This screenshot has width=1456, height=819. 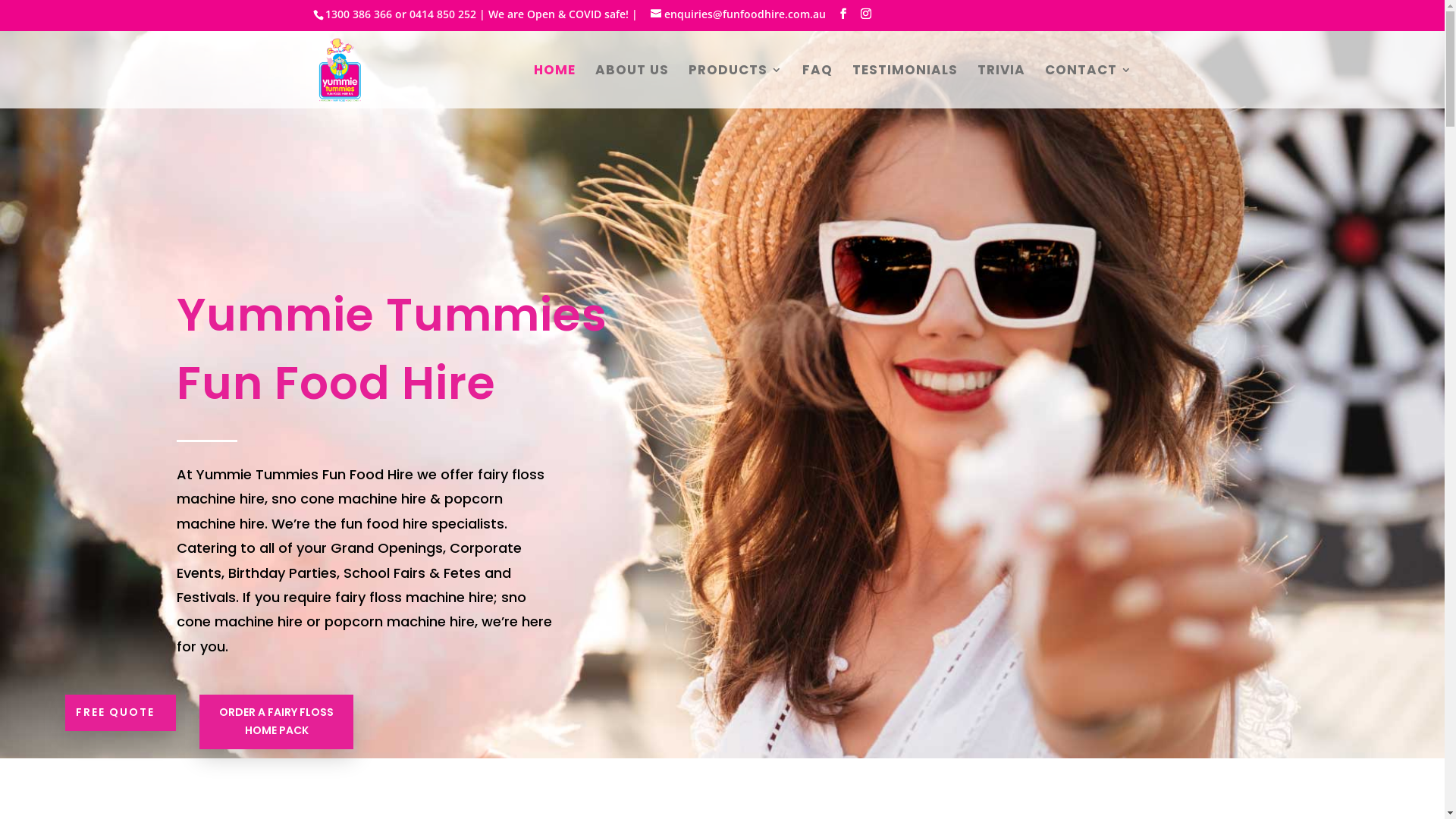 What do you see at coordinates (1087, 86) in the screenshot?
I see `'CONTACT'` at bounding box center [1087, 86].